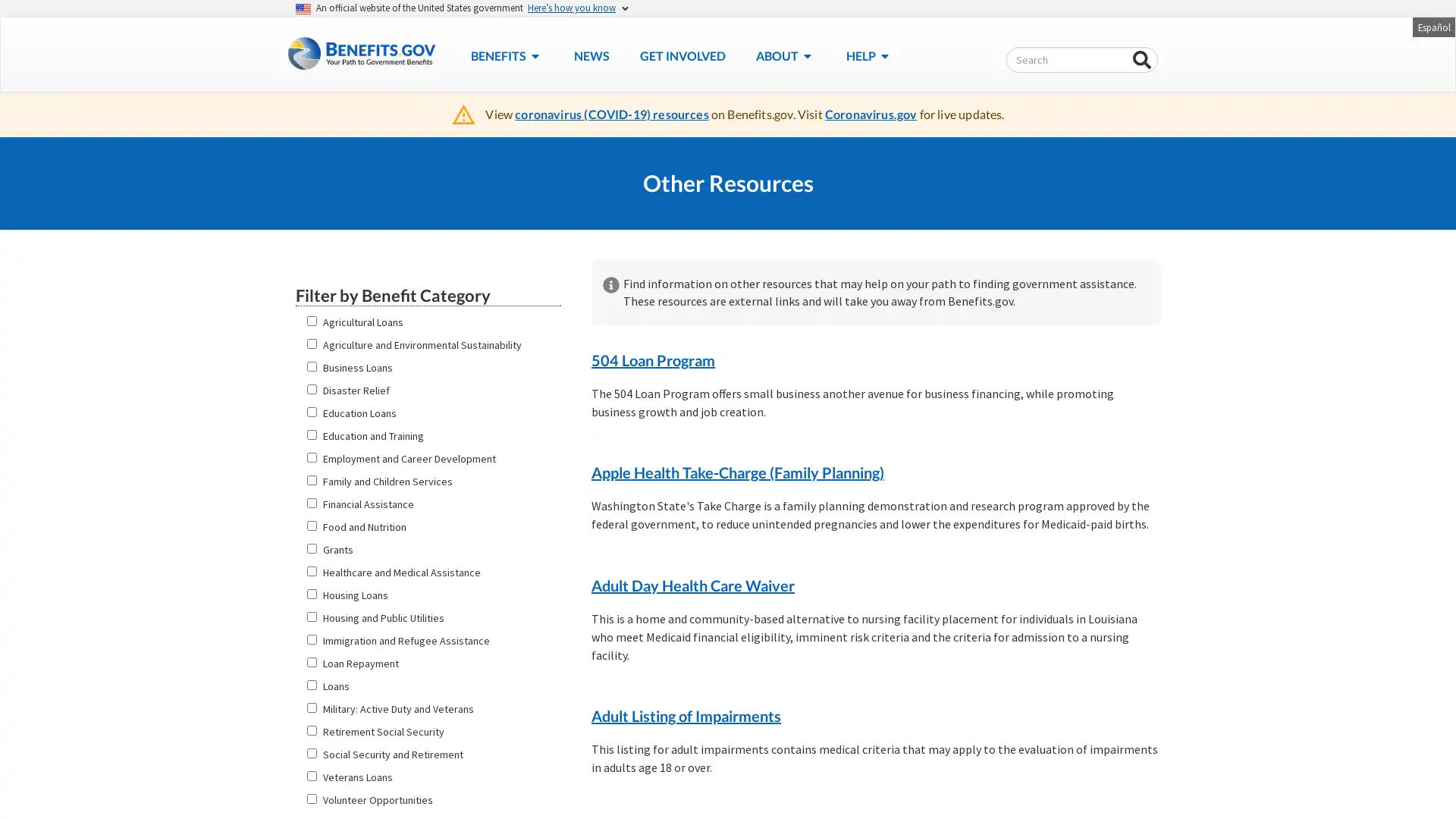 The height and width of the screenshot is (819, 1456). I want to click on Espanol, so click(1432, 26).